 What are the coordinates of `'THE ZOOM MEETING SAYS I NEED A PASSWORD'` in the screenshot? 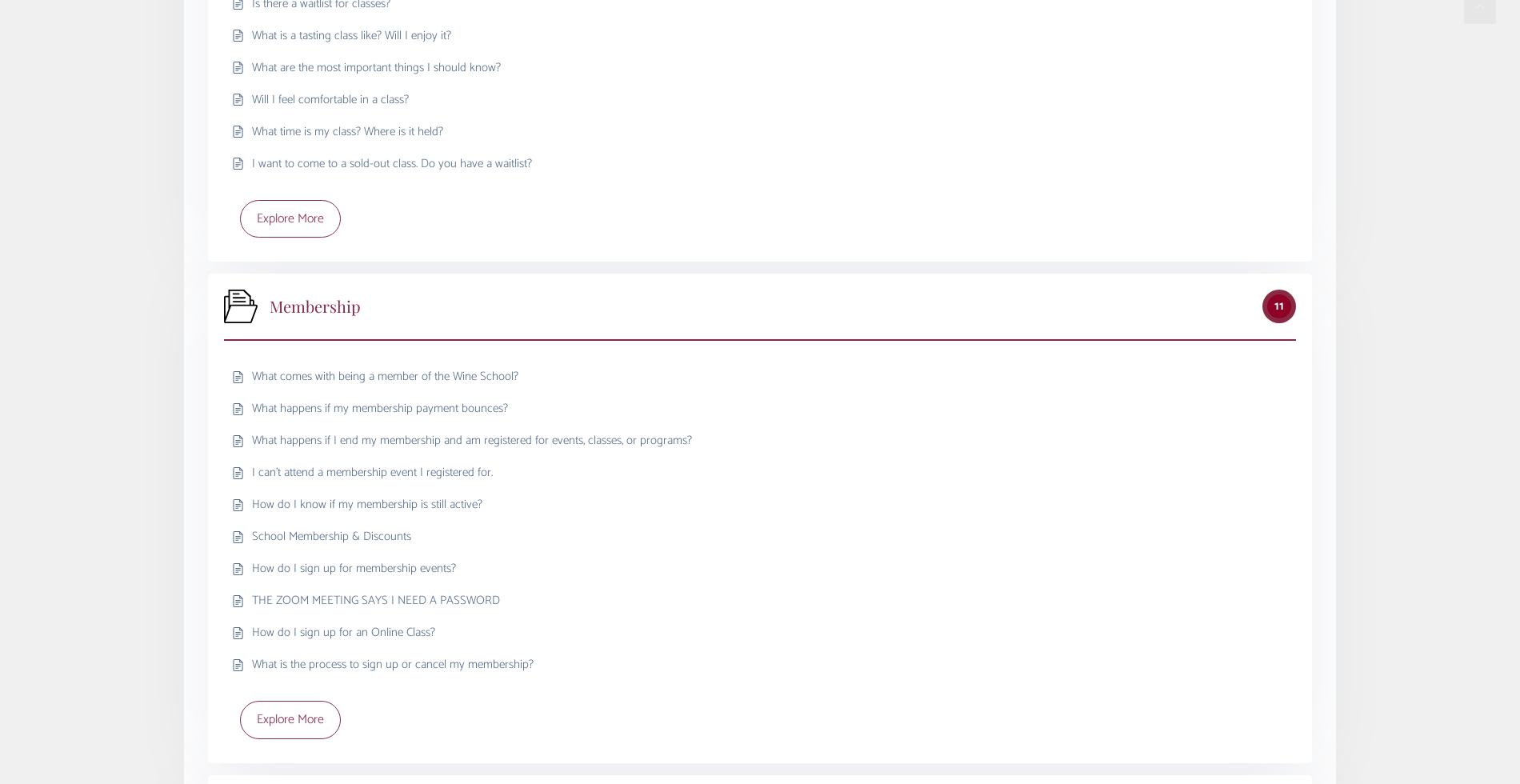 It's located at (375, 600).